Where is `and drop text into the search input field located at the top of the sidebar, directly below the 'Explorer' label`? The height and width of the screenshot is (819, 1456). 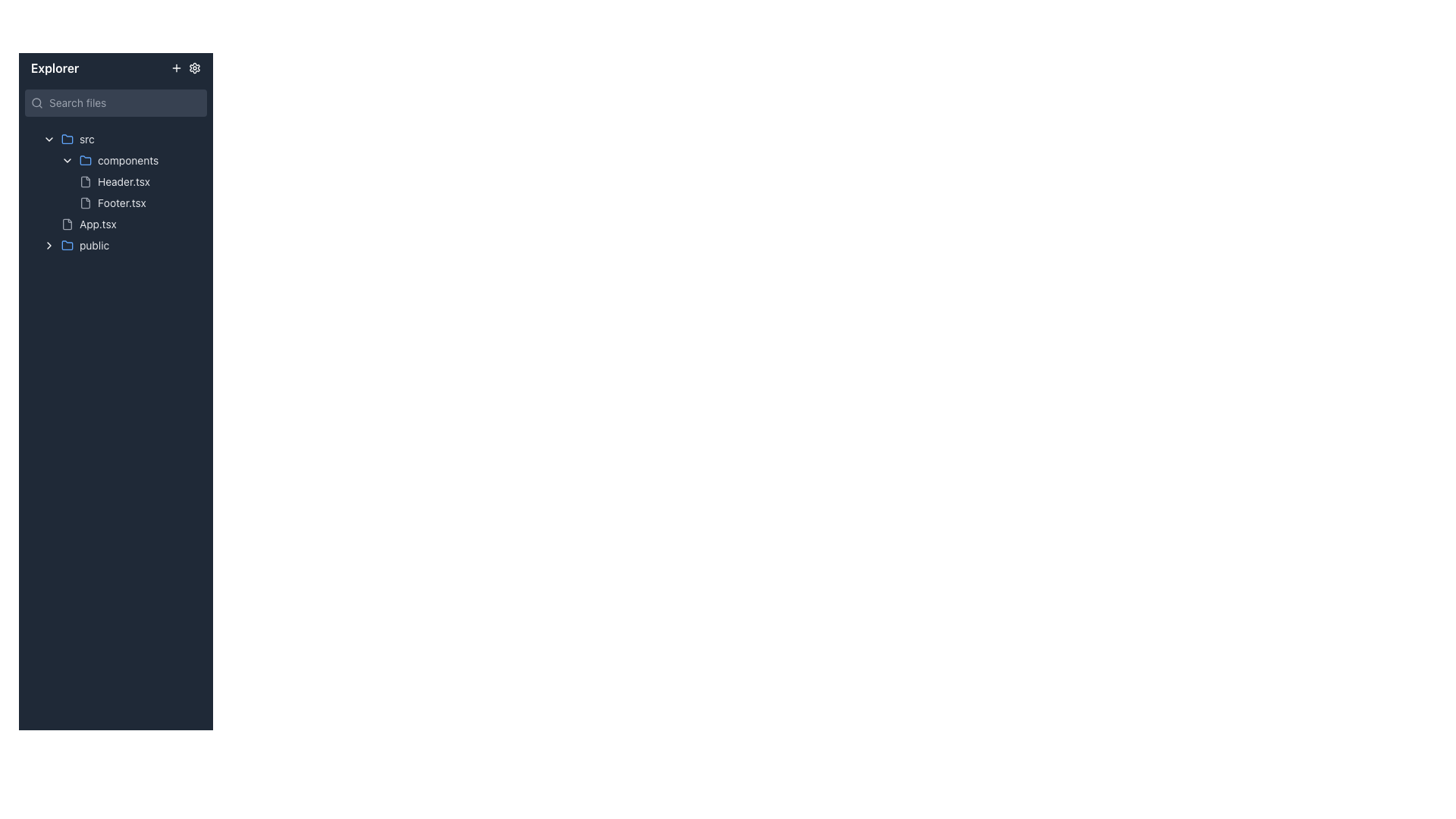 and drop text into the search input field located at the top of the sidebar, directly below the 'Explorer' label is located at coordinates (115, 102).